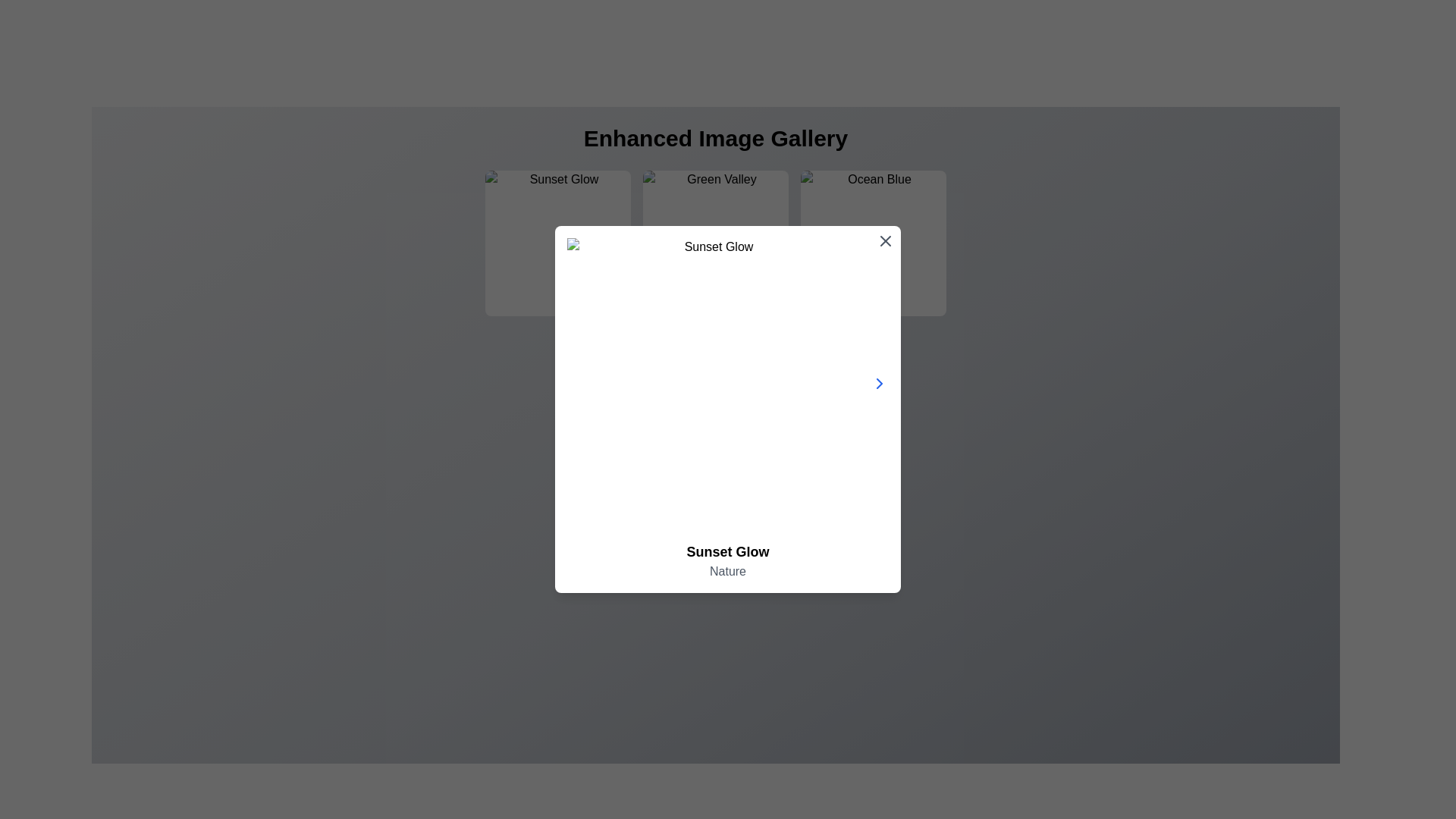  I want to click on the small cross-shaped icon button located at the top-right corner of a white modal window, so click(885, 240).